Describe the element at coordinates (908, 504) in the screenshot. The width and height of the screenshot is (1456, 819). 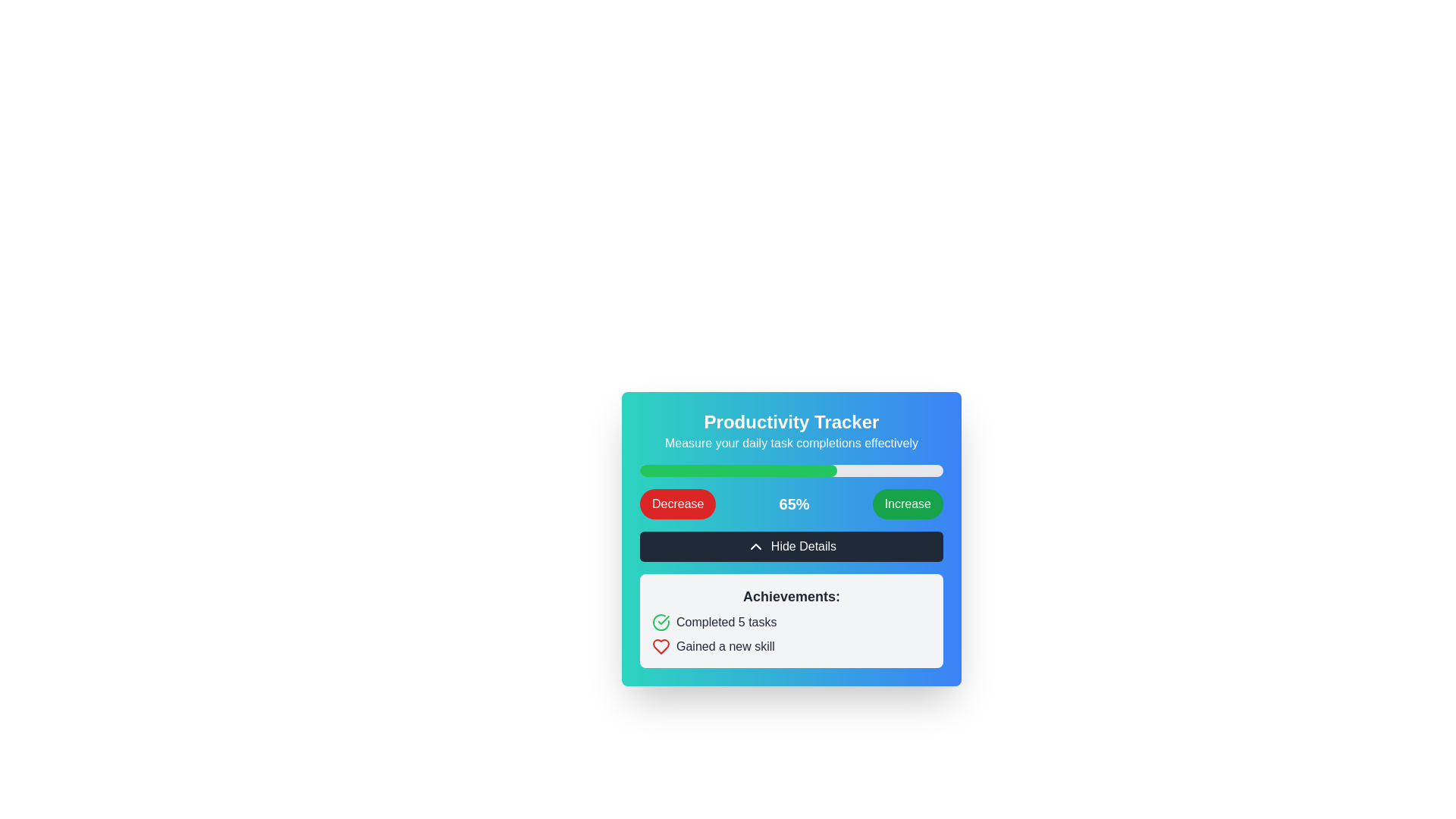
I see `the green 'Increase' button with rounded corners` at that location.